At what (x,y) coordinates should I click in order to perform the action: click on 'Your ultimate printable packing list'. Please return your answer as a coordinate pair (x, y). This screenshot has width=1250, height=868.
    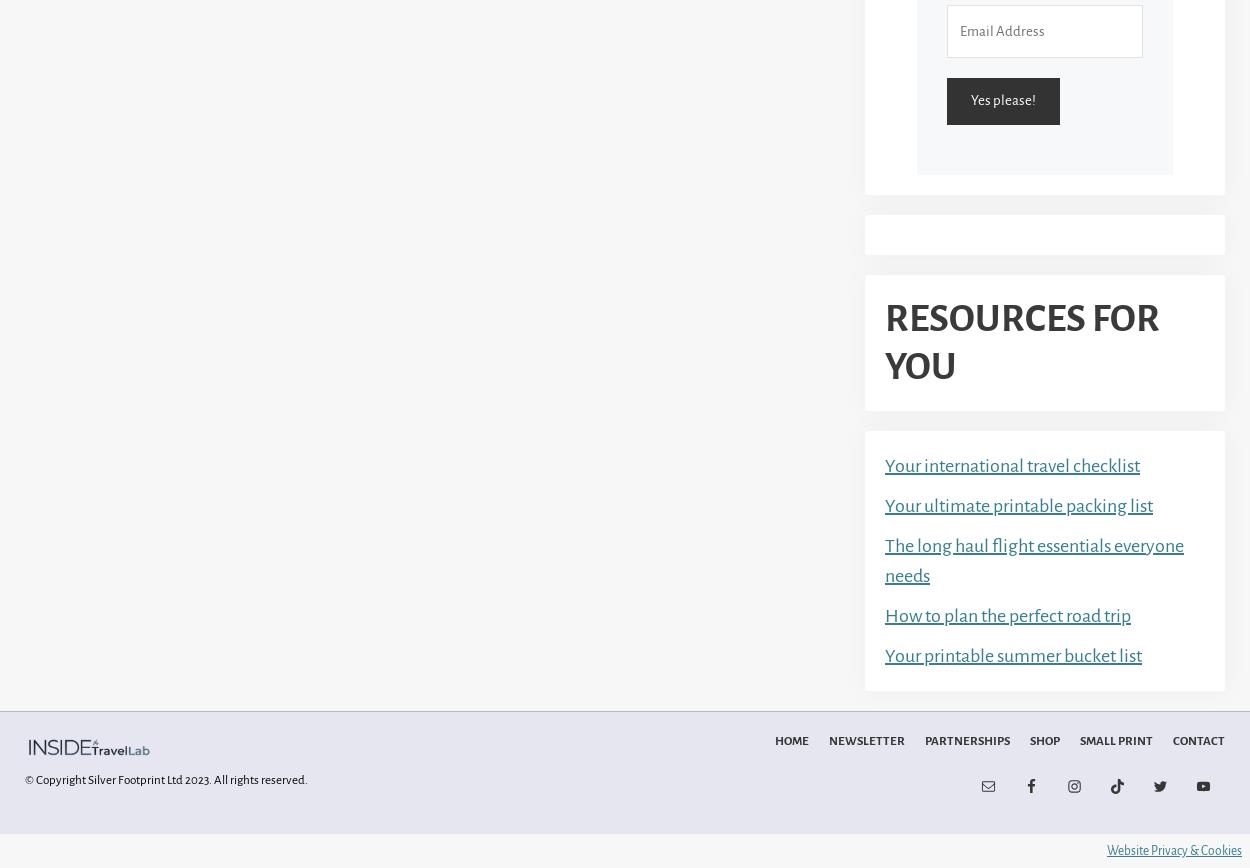
    Looking at the image, I should click on (1019, 505).